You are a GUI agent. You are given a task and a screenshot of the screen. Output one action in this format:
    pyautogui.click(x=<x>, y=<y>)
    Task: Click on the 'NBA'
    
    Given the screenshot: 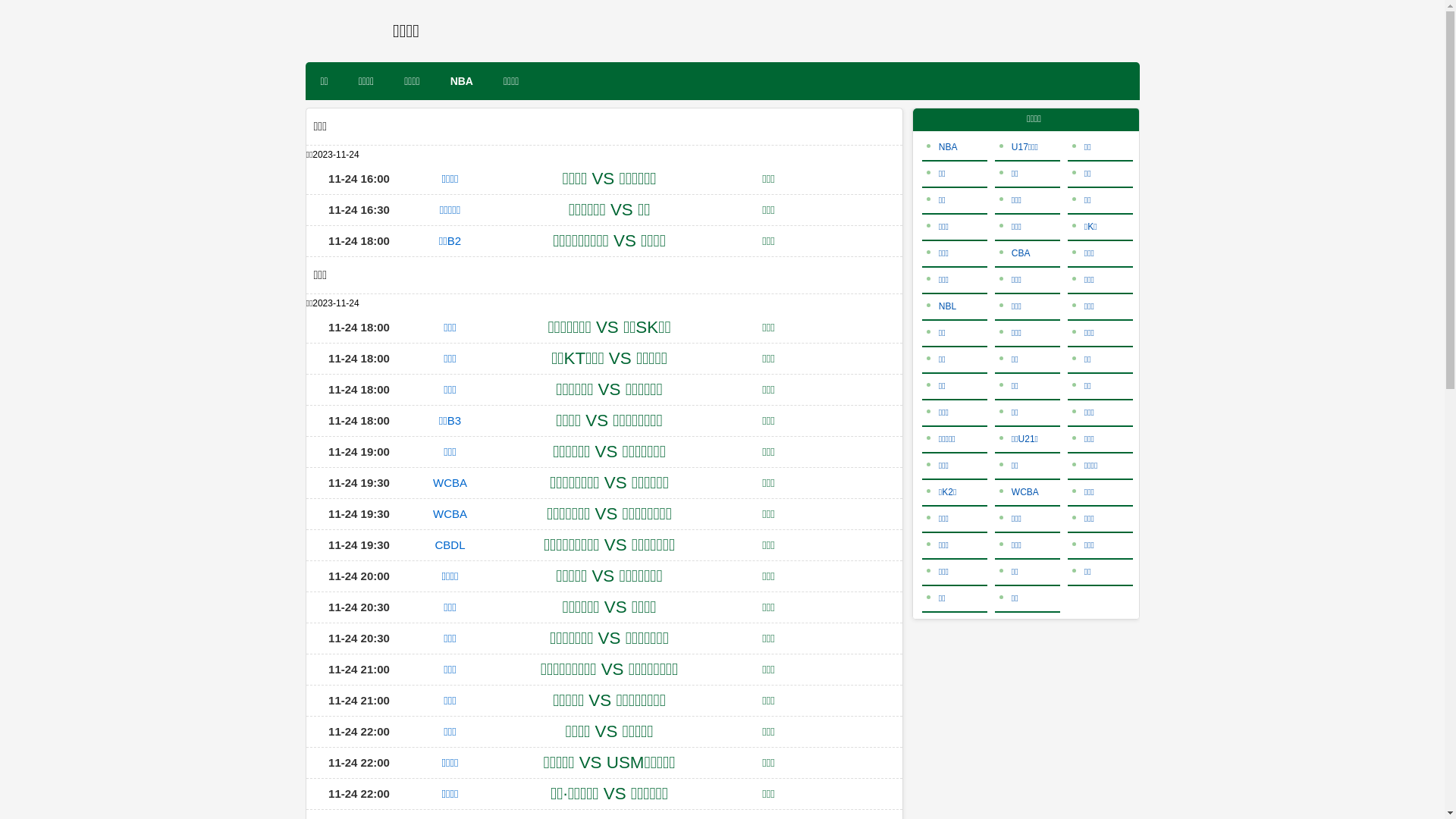 What is the action you would take?
    pyautogui.click(x=941, y=146)
    